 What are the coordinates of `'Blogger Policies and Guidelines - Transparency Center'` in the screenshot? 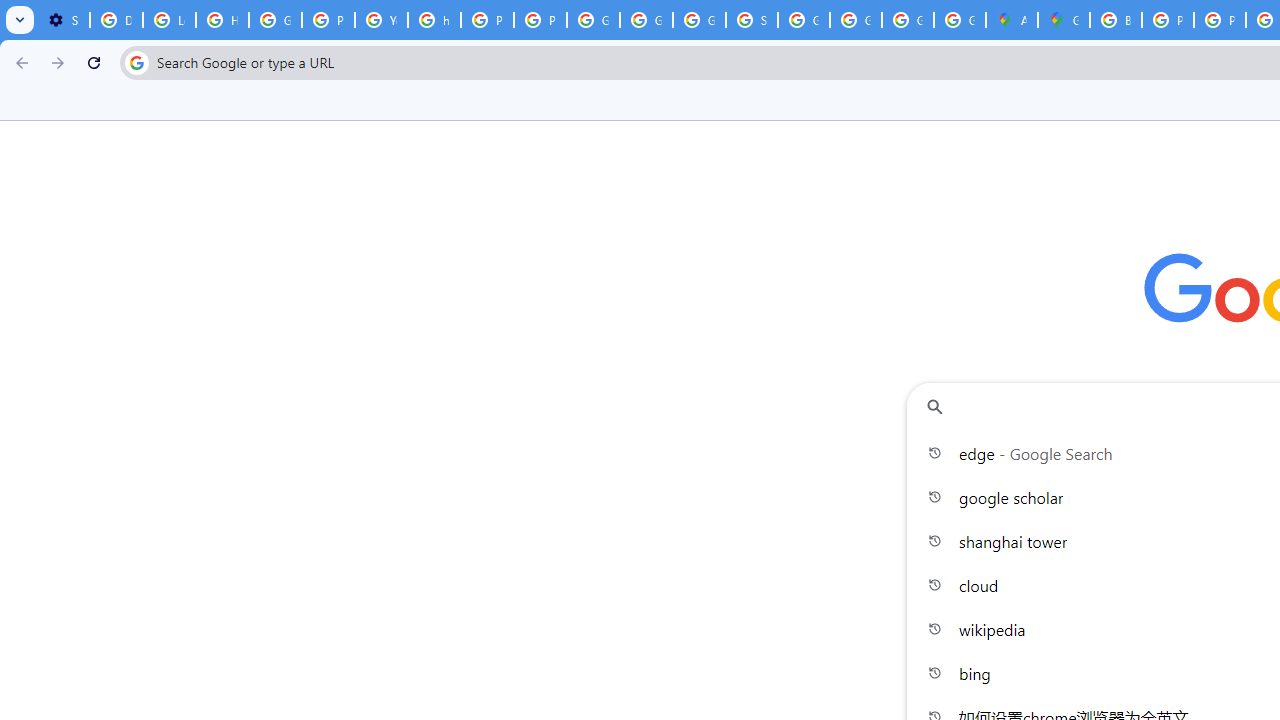 It's located at (1115, 20).